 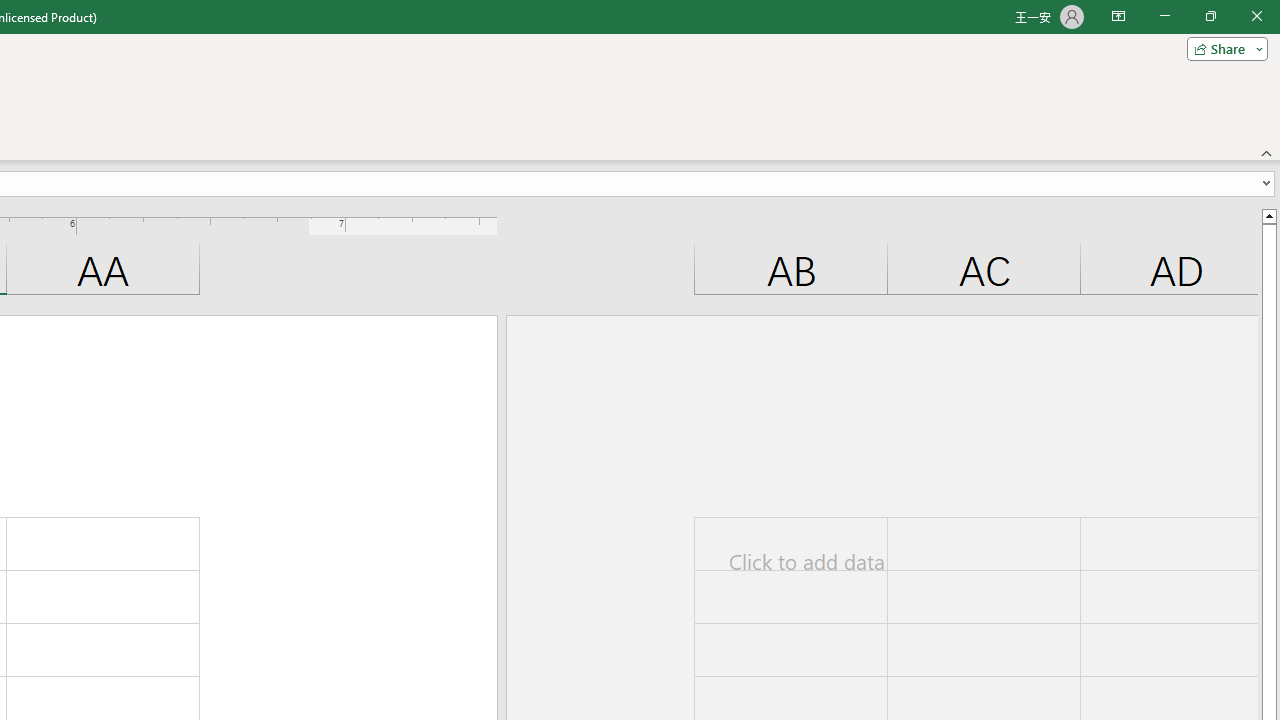 I want to click on 'Collapse the Ribbon', so click(x=1266, y=152).